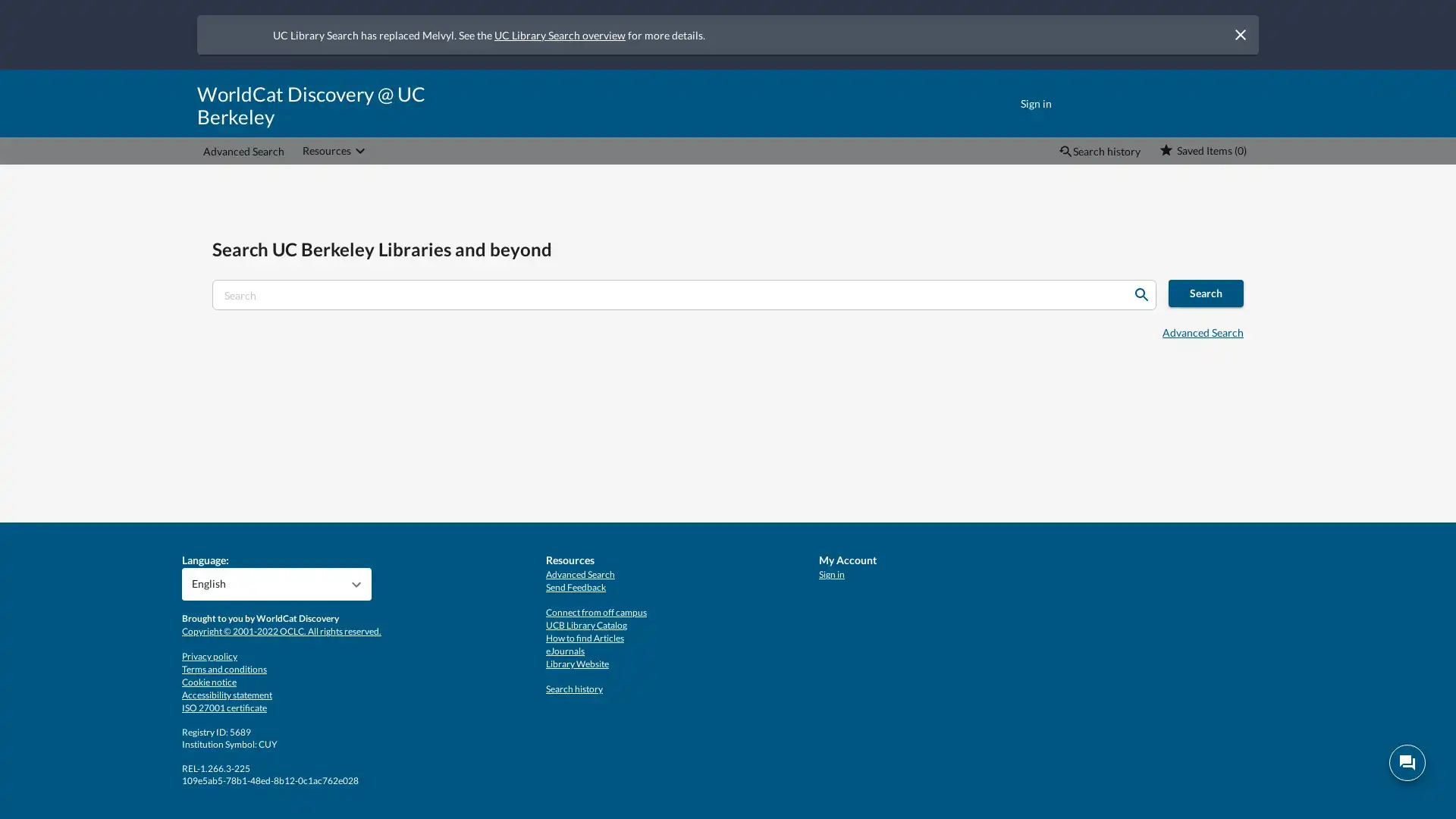  I want to click on Search, so click(1141, 295).